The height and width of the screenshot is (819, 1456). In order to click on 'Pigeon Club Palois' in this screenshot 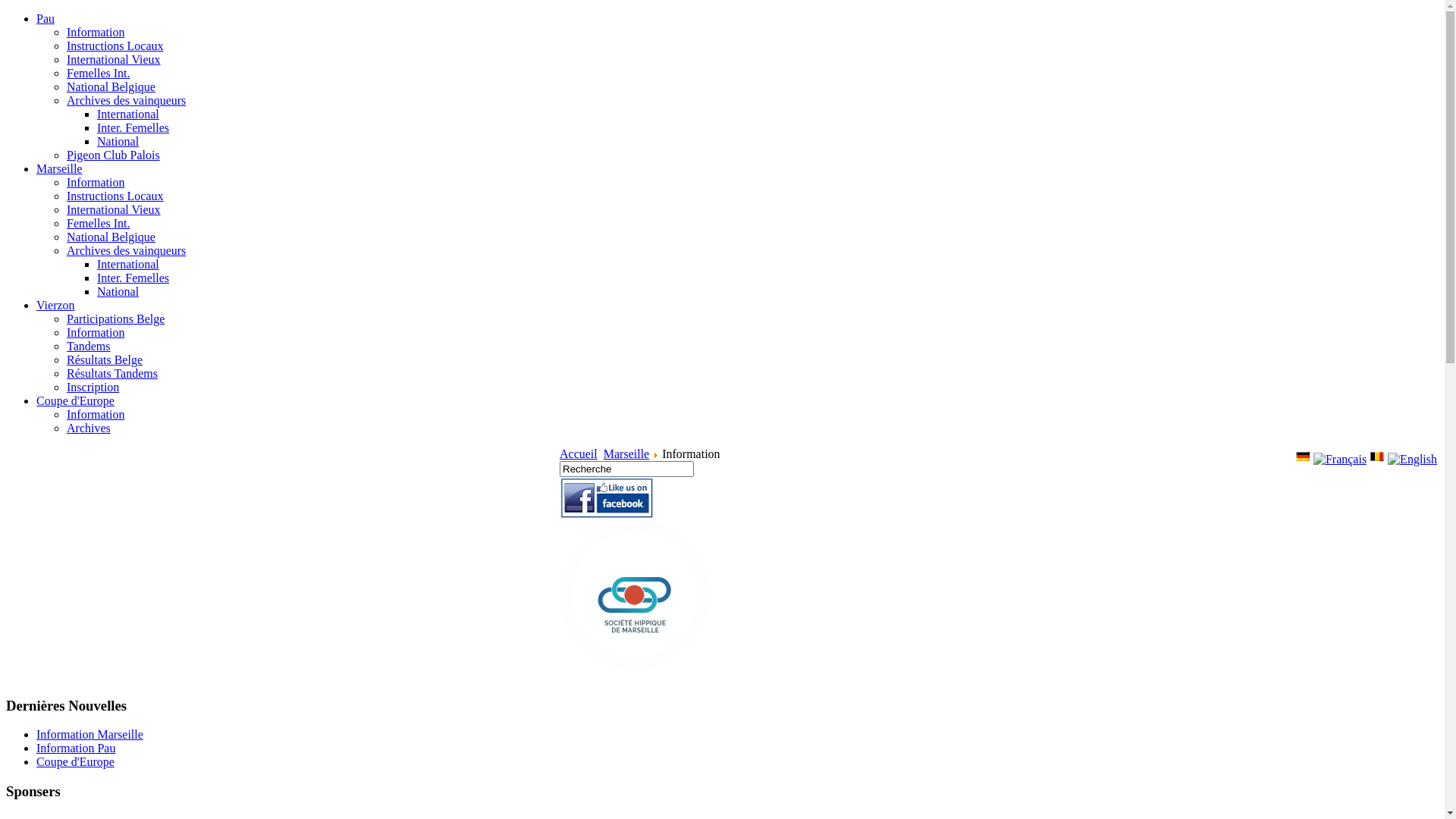, I will do `click(112, 155)`.